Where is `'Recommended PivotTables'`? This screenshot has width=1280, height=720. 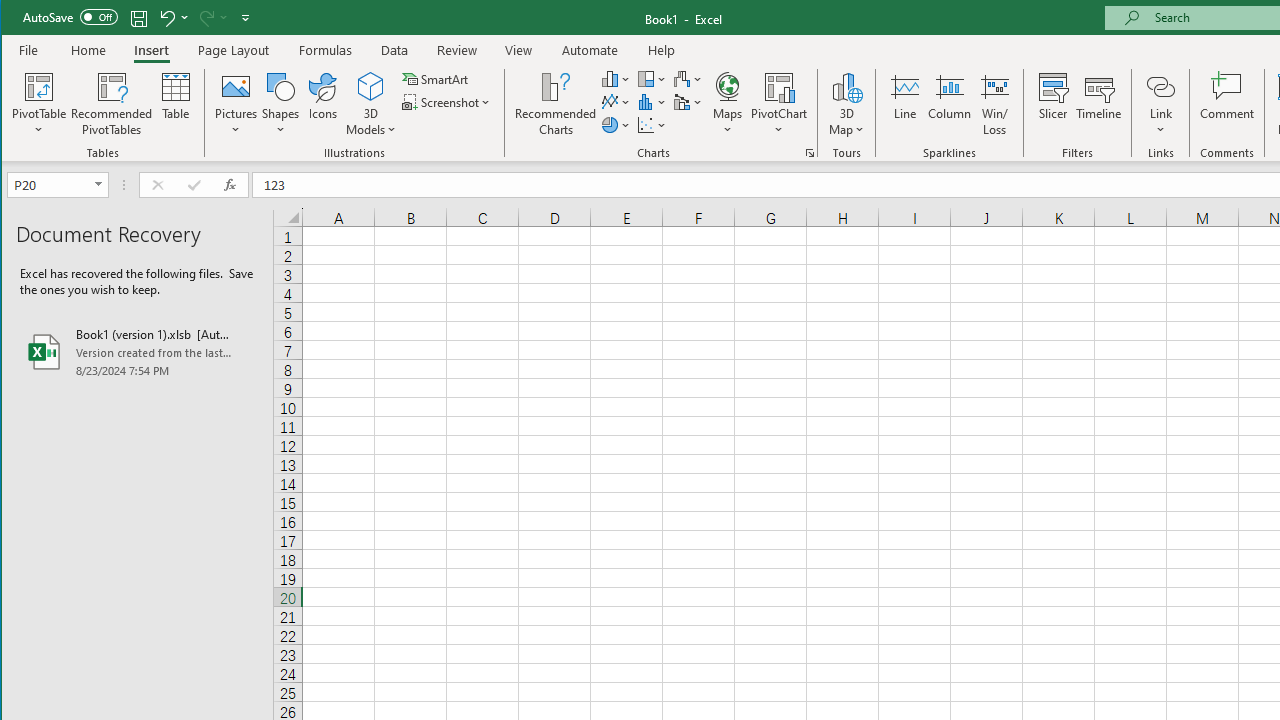 'Recommended PivotTables' is located at coordinates (111, 104).